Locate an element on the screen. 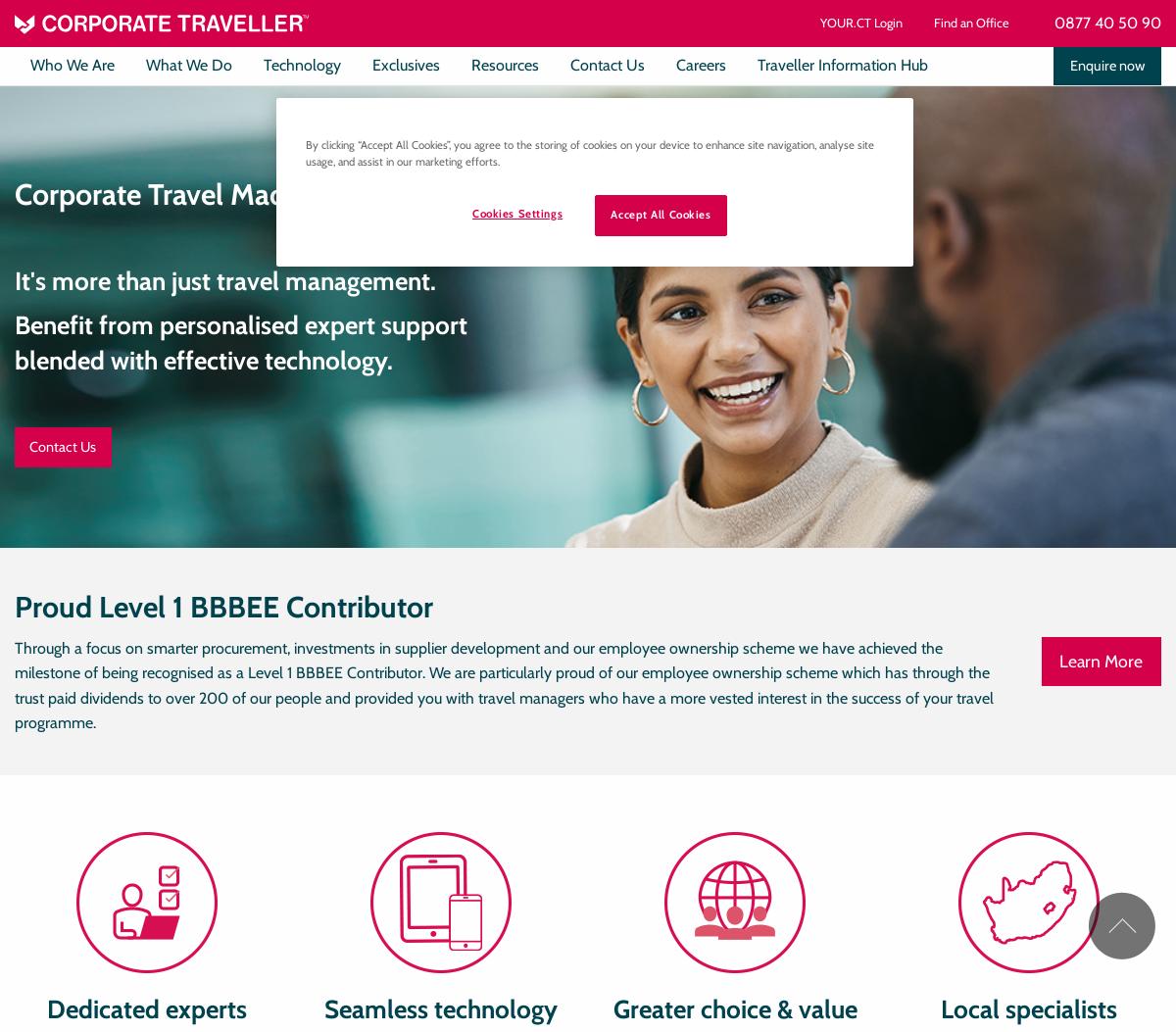 The width and height of the screenshot is (1176, 1032). 'Careers' is located at coordinates (701, 64).